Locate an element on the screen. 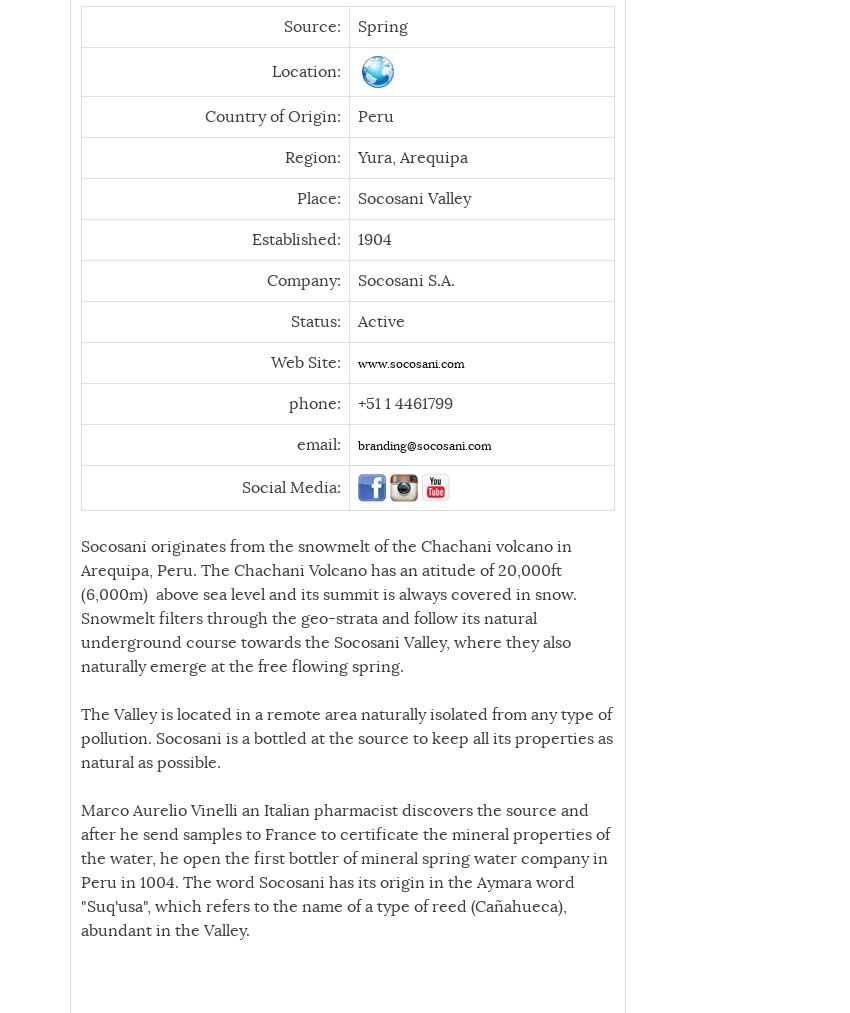 This screenshot has width=850, height=1013. 'Company:' is located at coordinates (267, 278).